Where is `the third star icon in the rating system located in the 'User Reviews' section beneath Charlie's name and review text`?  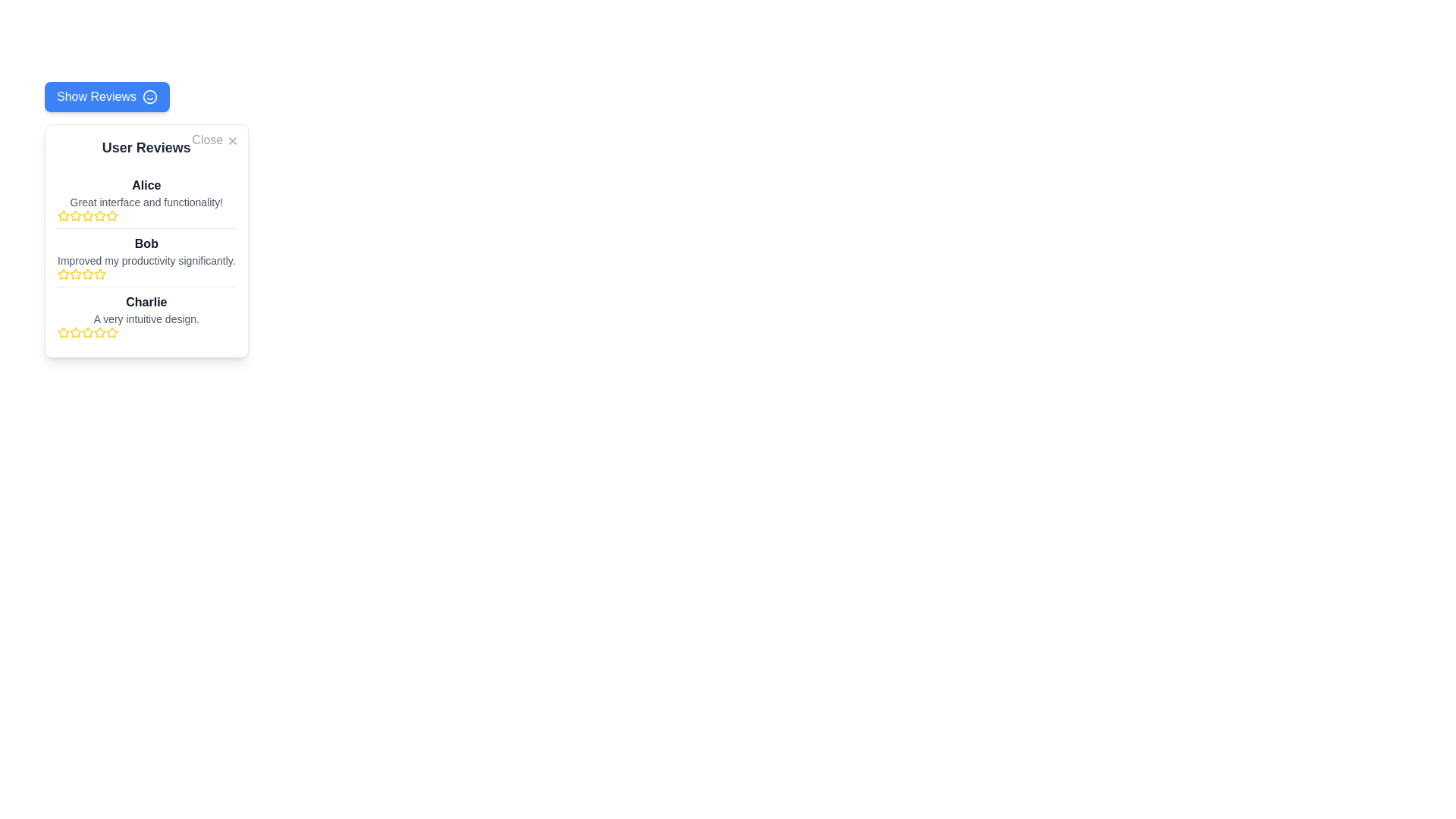
the third star icon in the rating system located in the 'User Reviews' section beneath Charlie's name and review text is located at coordinates (86, 331).